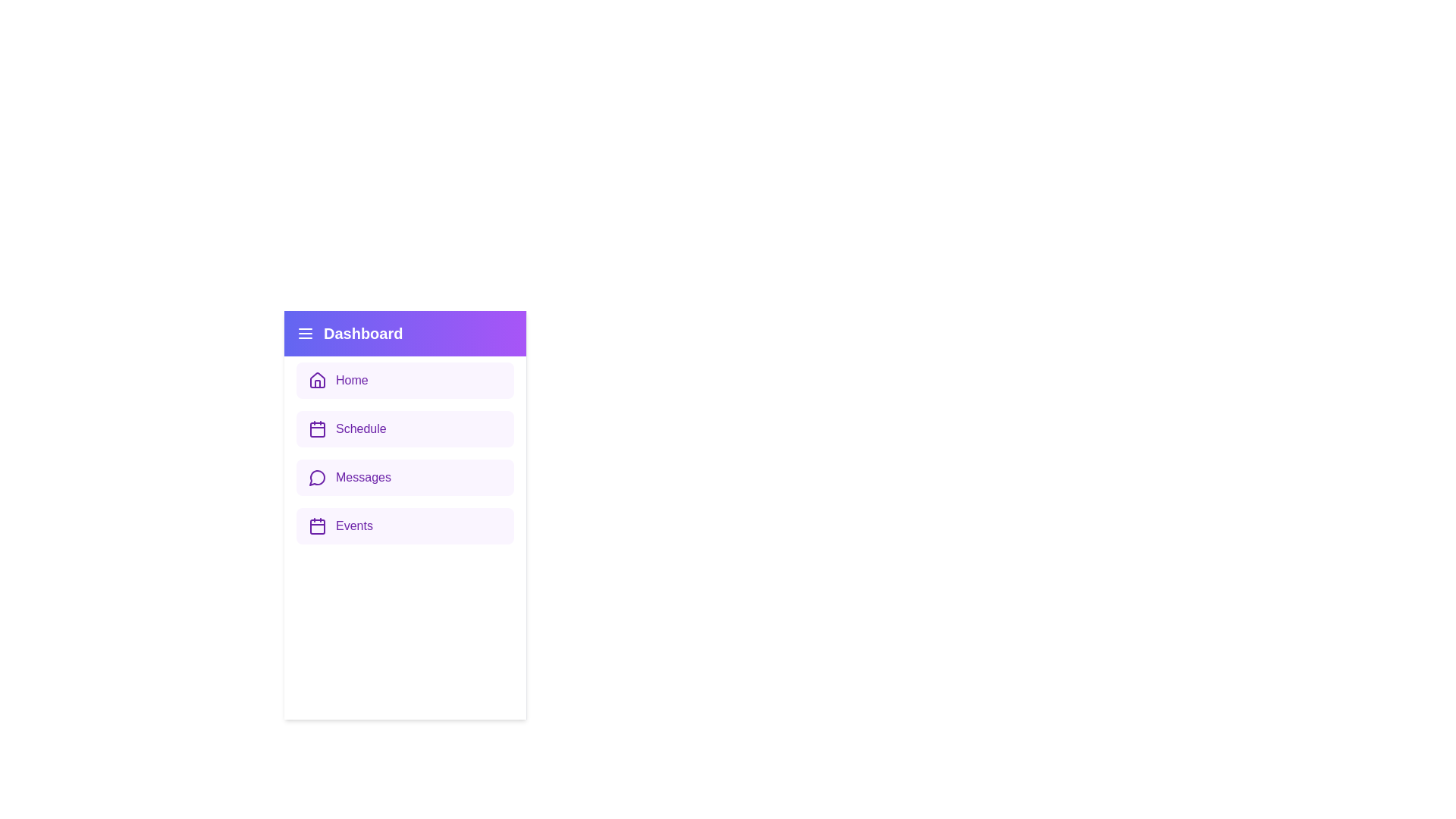 This screenshot has height=819, width=1456. I want to click on the menu item labeled Events, so click(405, 526).